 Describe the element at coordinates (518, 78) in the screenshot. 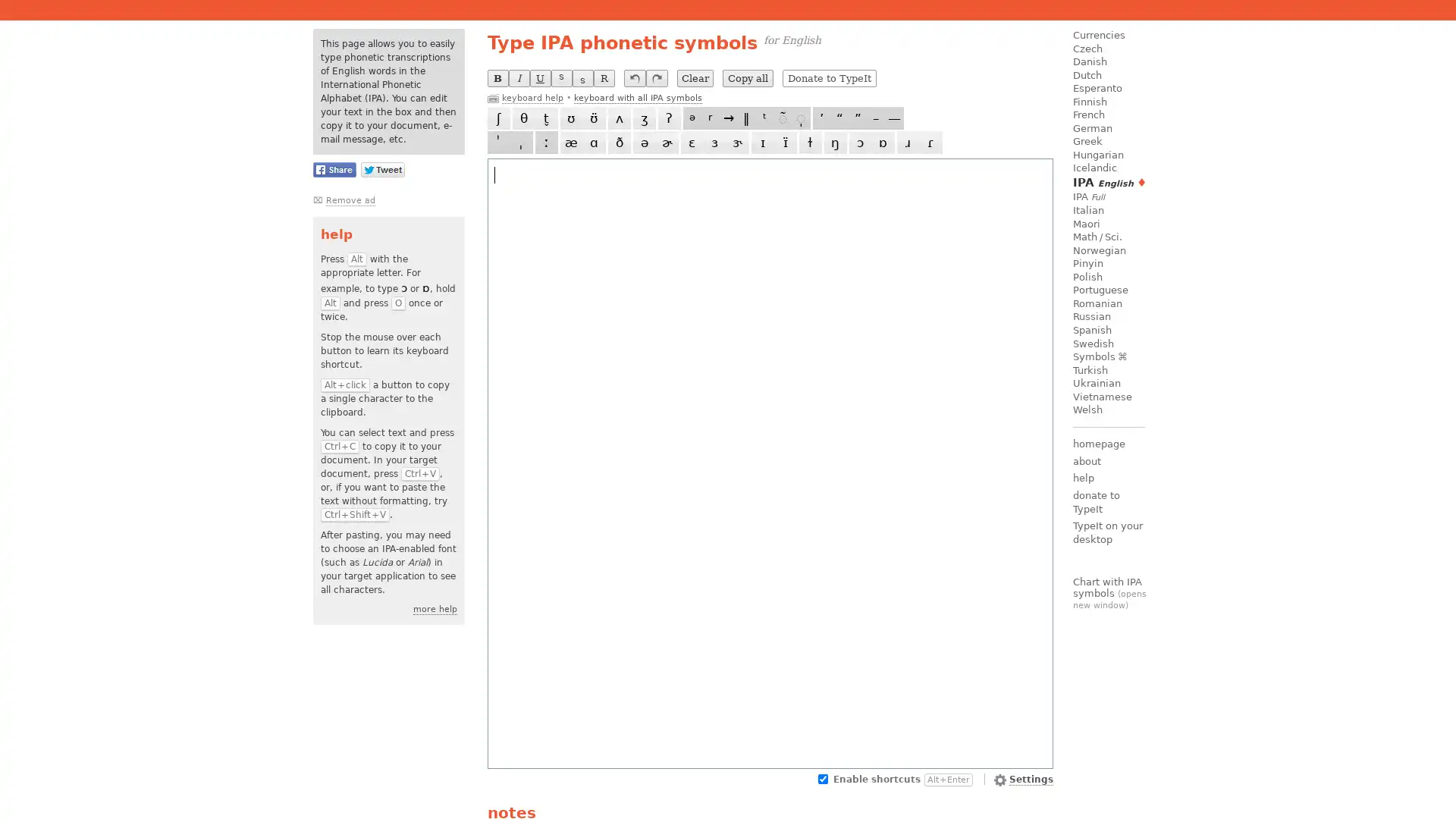

I see `I` at that location.